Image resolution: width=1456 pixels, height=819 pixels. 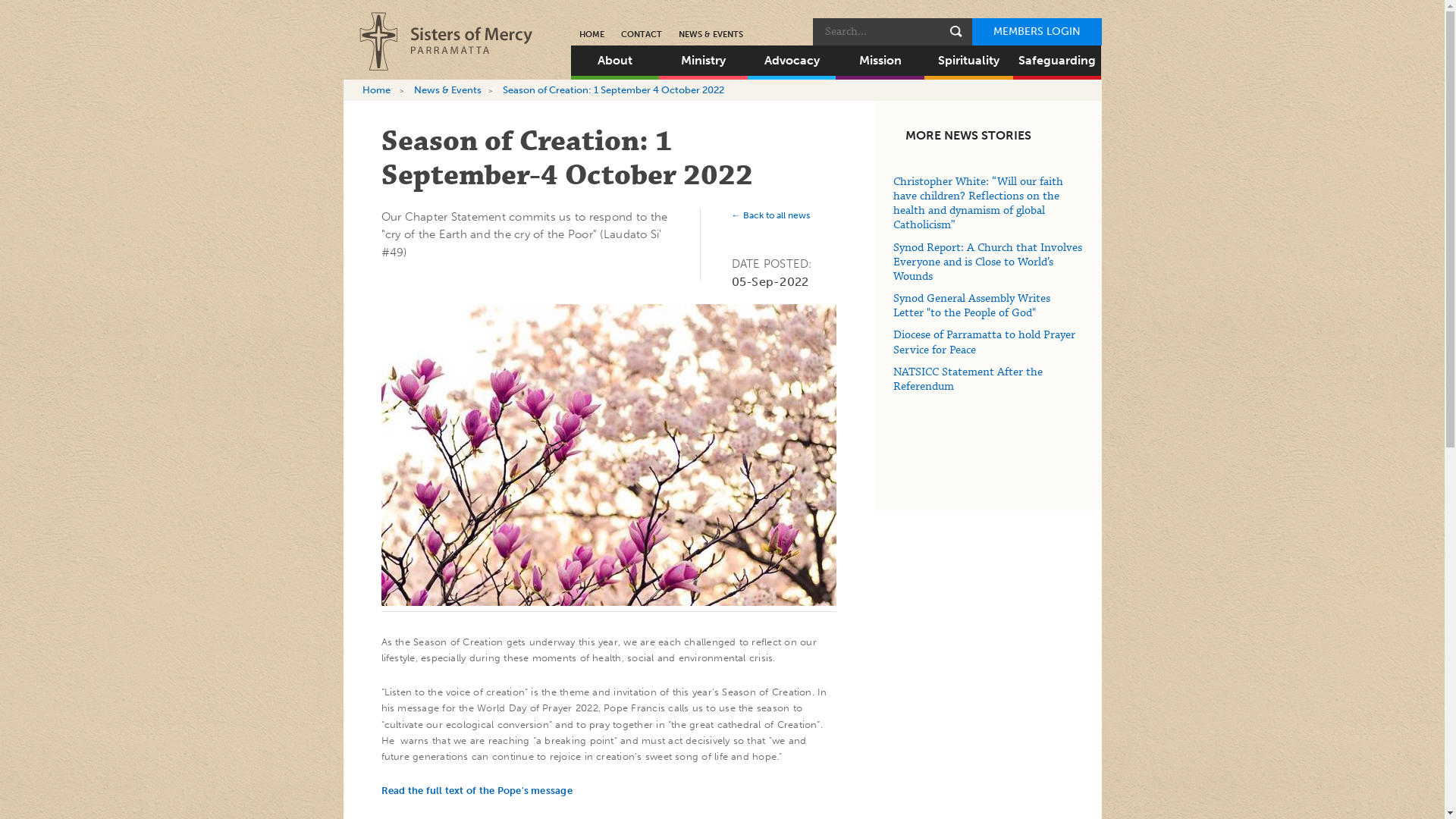 What do you see at coordinates (880, 60) in the screenshot?
I see `'Mission'` at bounding box center [880, 60].